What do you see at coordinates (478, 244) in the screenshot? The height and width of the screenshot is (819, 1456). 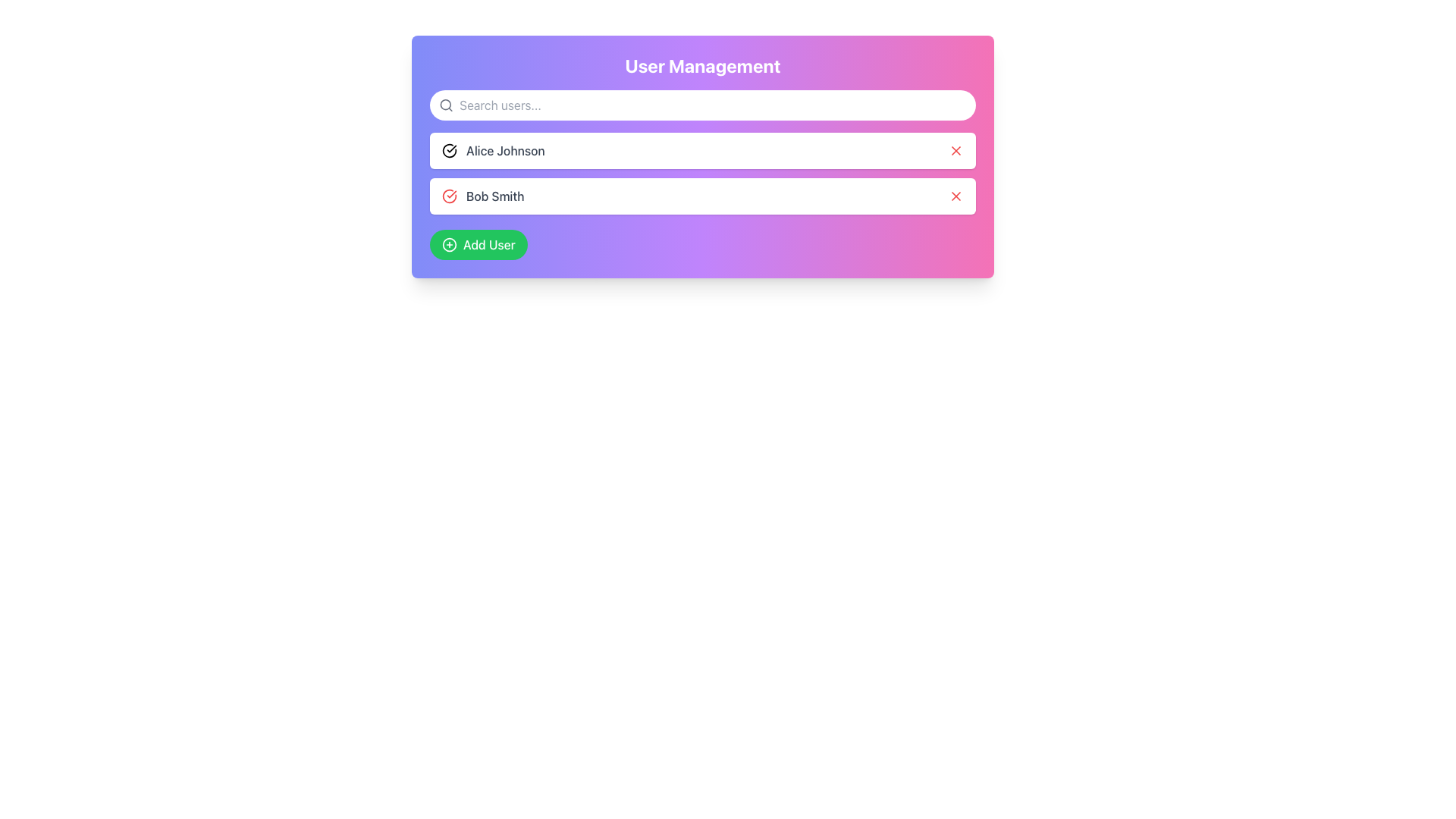 I see `the 'Add User' button, which is a rounded rectangular button with a green background and white text` at bounding box center [478, 244].